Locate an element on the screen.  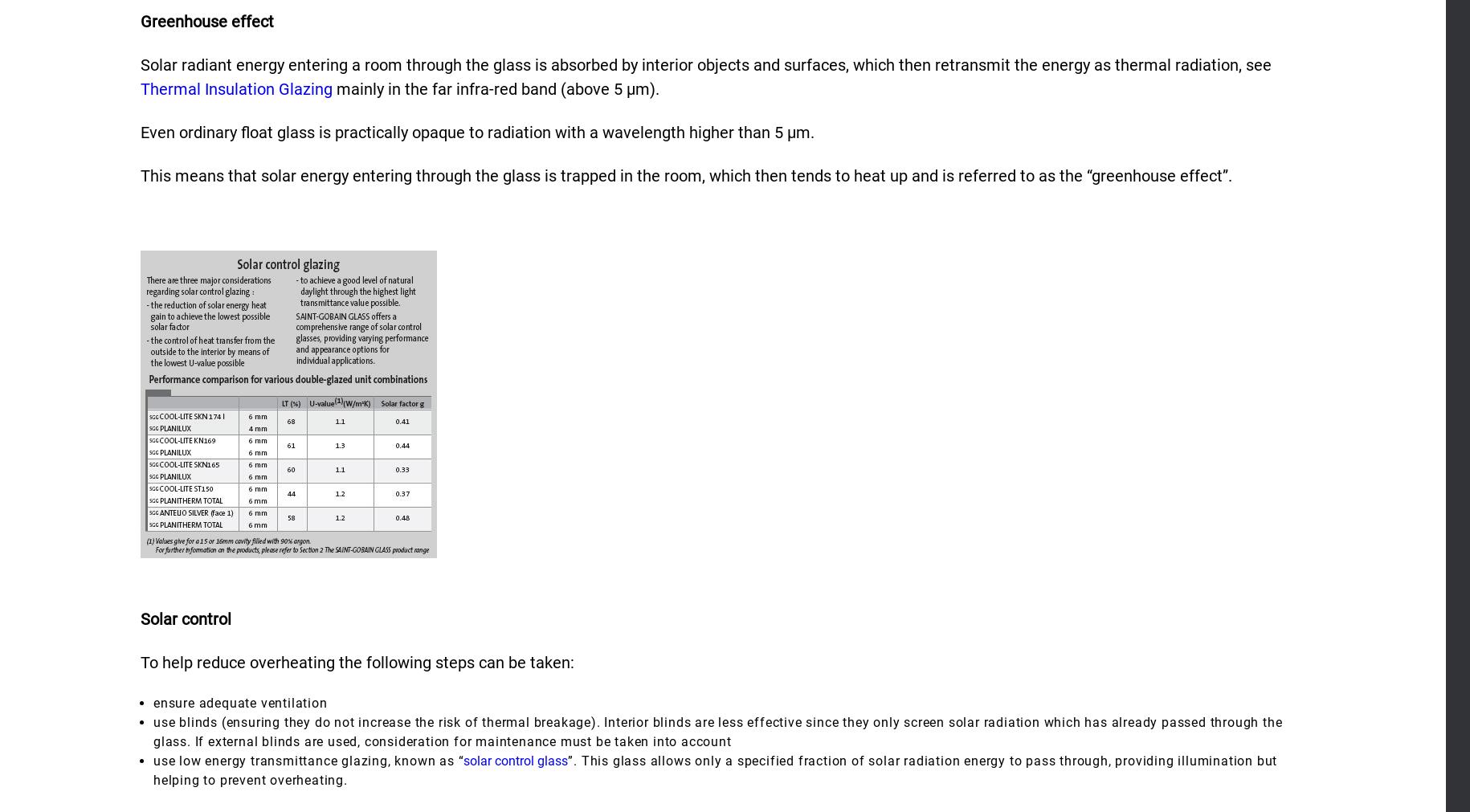
'Greenhouse effect' is located at coordinates (206, 19).